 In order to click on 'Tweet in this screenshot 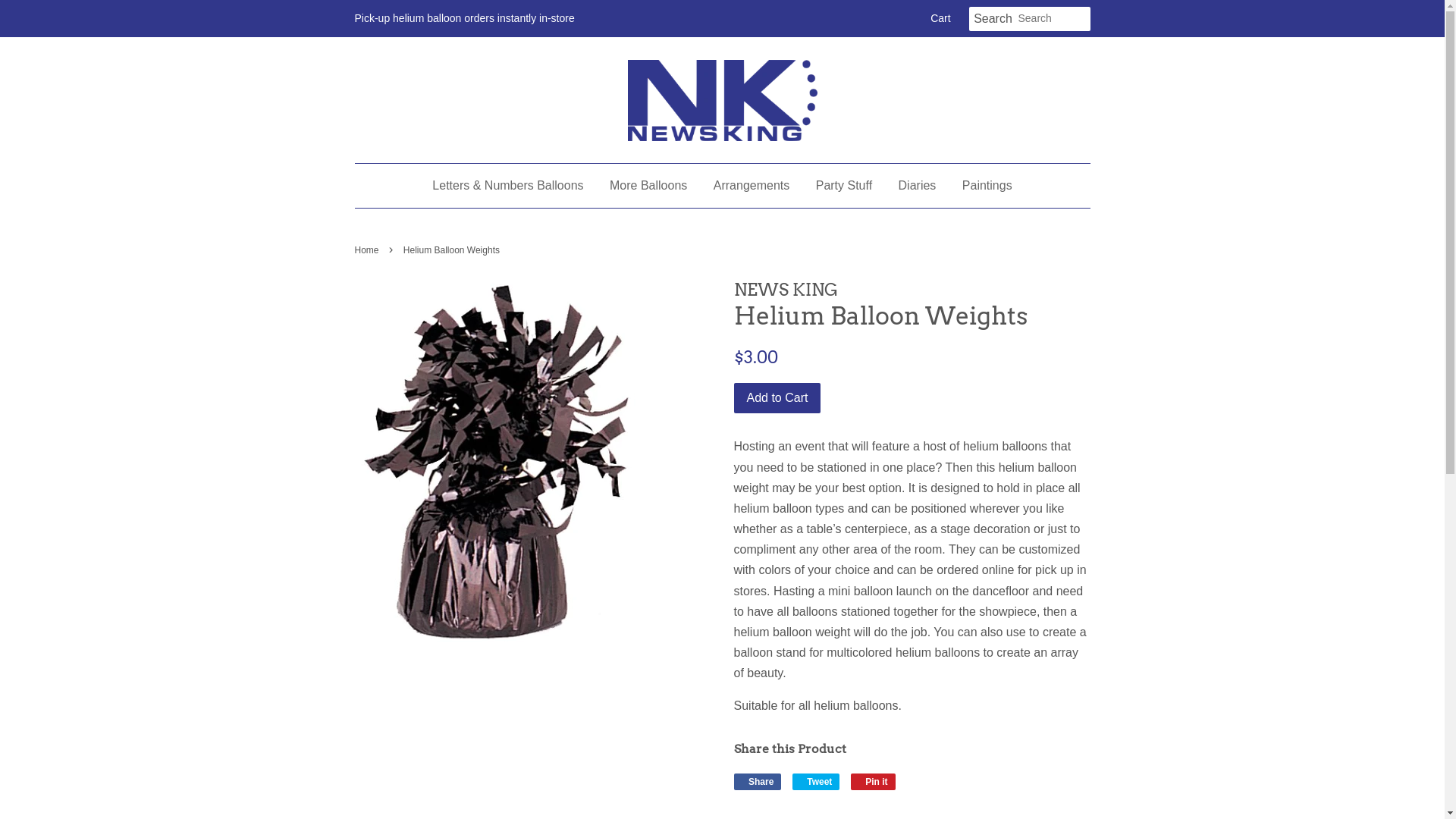, I will do `click(815, 781)`.